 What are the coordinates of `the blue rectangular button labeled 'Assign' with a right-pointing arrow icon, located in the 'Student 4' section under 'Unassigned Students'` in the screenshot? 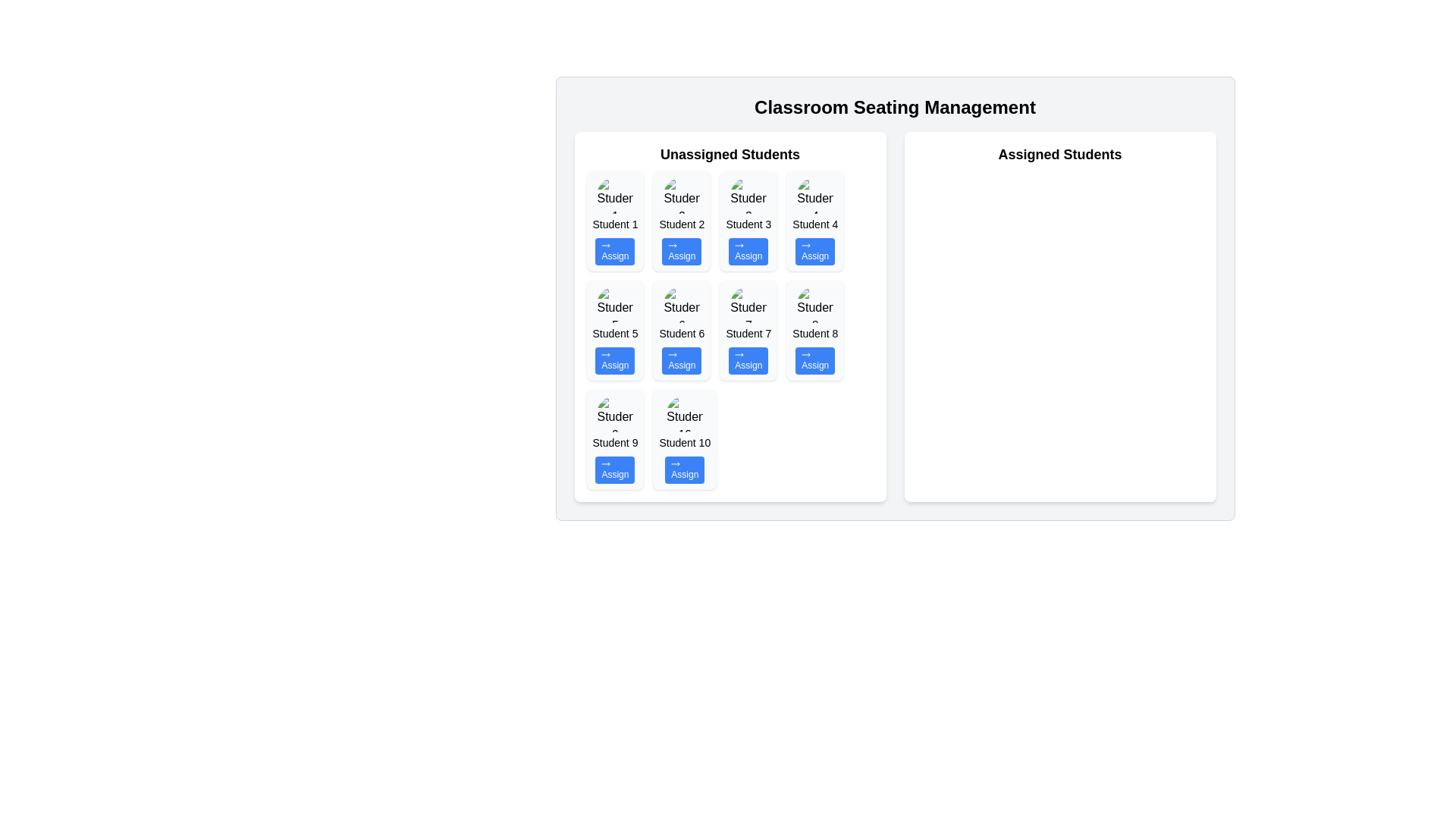 It's located at (814, 250).